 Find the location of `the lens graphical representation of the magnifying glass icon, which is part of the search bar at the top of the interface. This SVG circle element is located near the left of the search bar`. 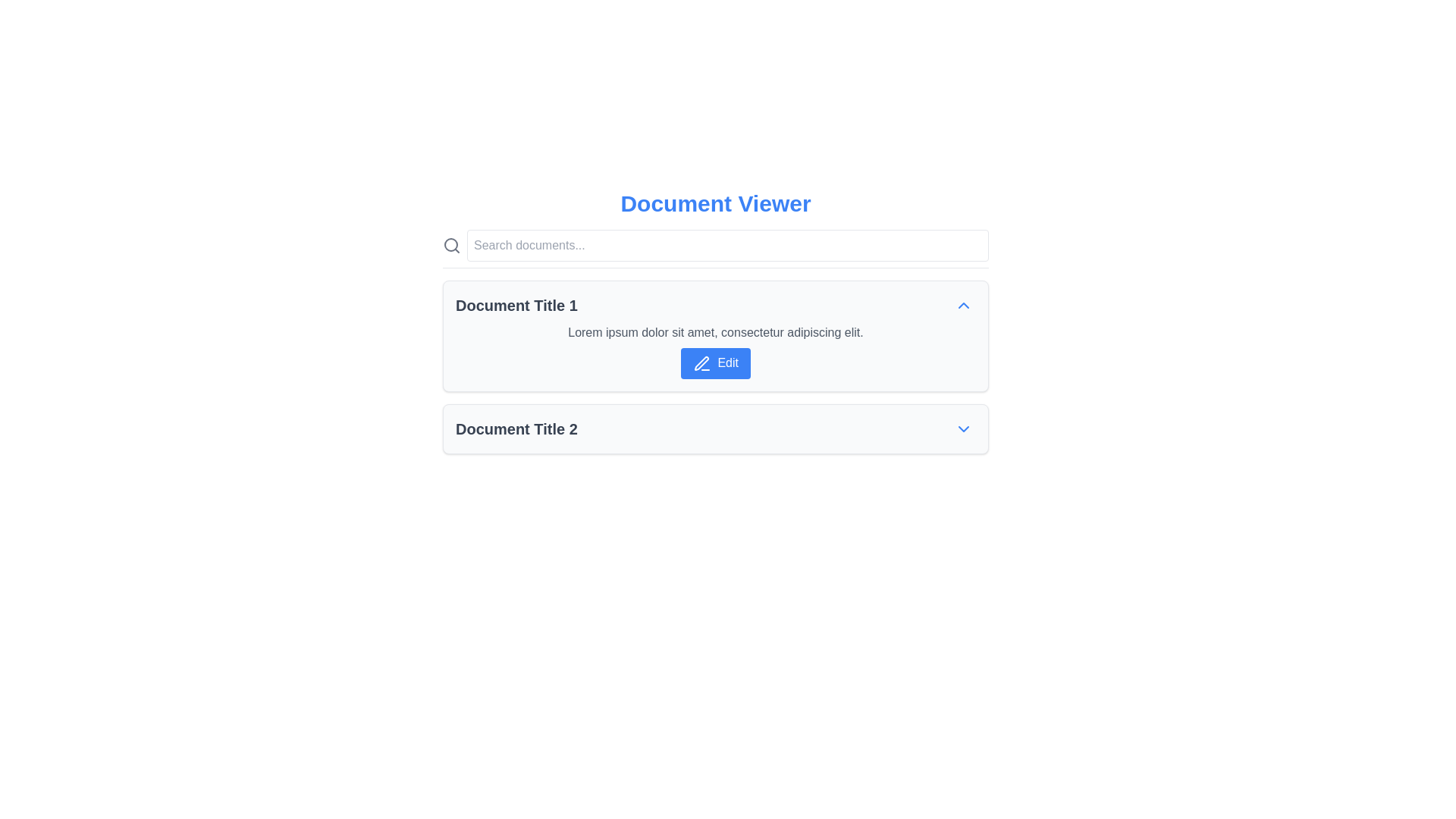

the lens graphical representation of the magnifying glass icon, which is part of the search bar at the top of the interface. This SVG circle element is located near the left of the search bar is located at coordinates (450, 244).